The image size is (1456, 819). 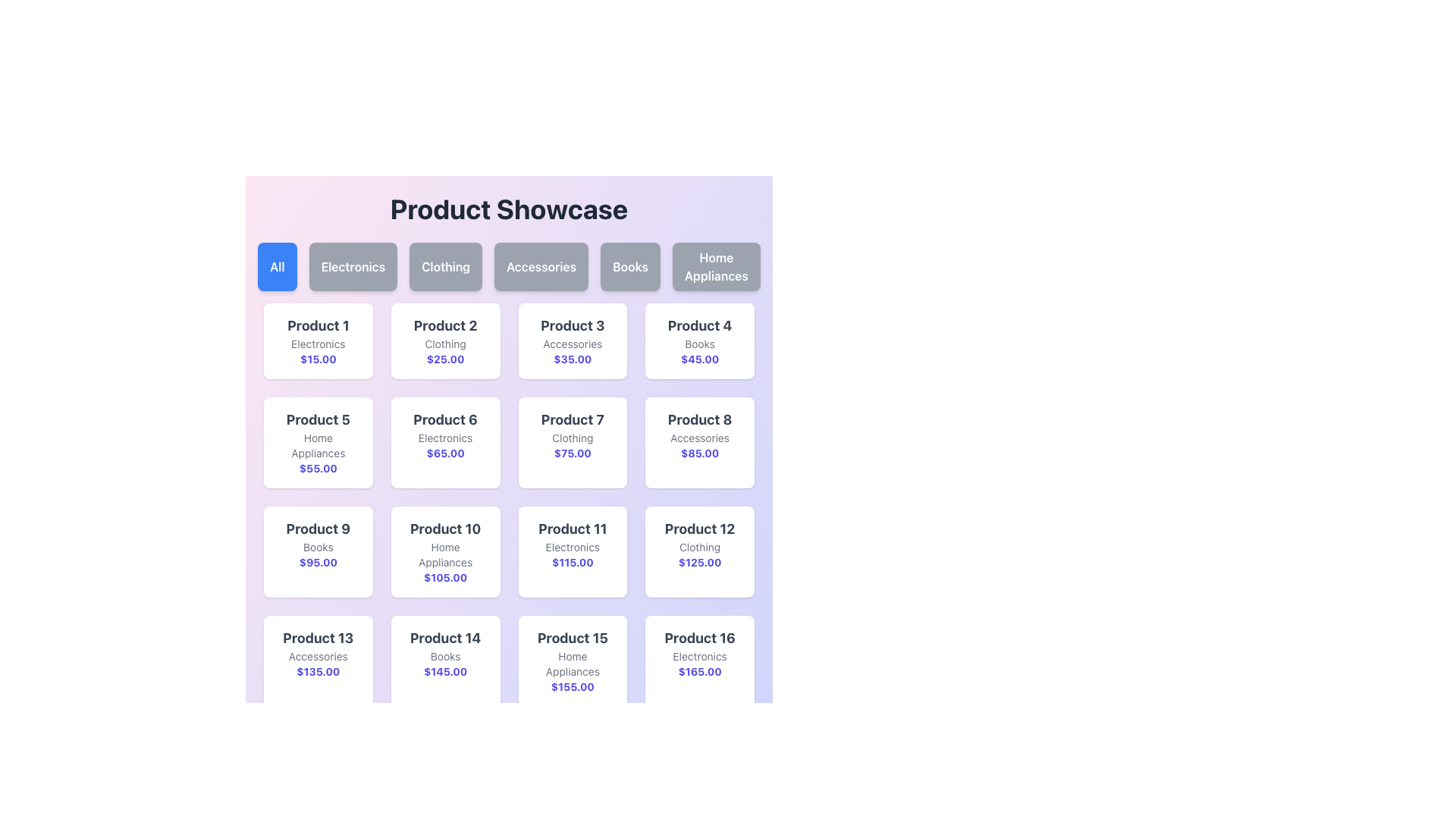 I want to click on the product card located in the first column and first row of the grid layout, which provides essential information about a specific product, so click(x=317, y=341).